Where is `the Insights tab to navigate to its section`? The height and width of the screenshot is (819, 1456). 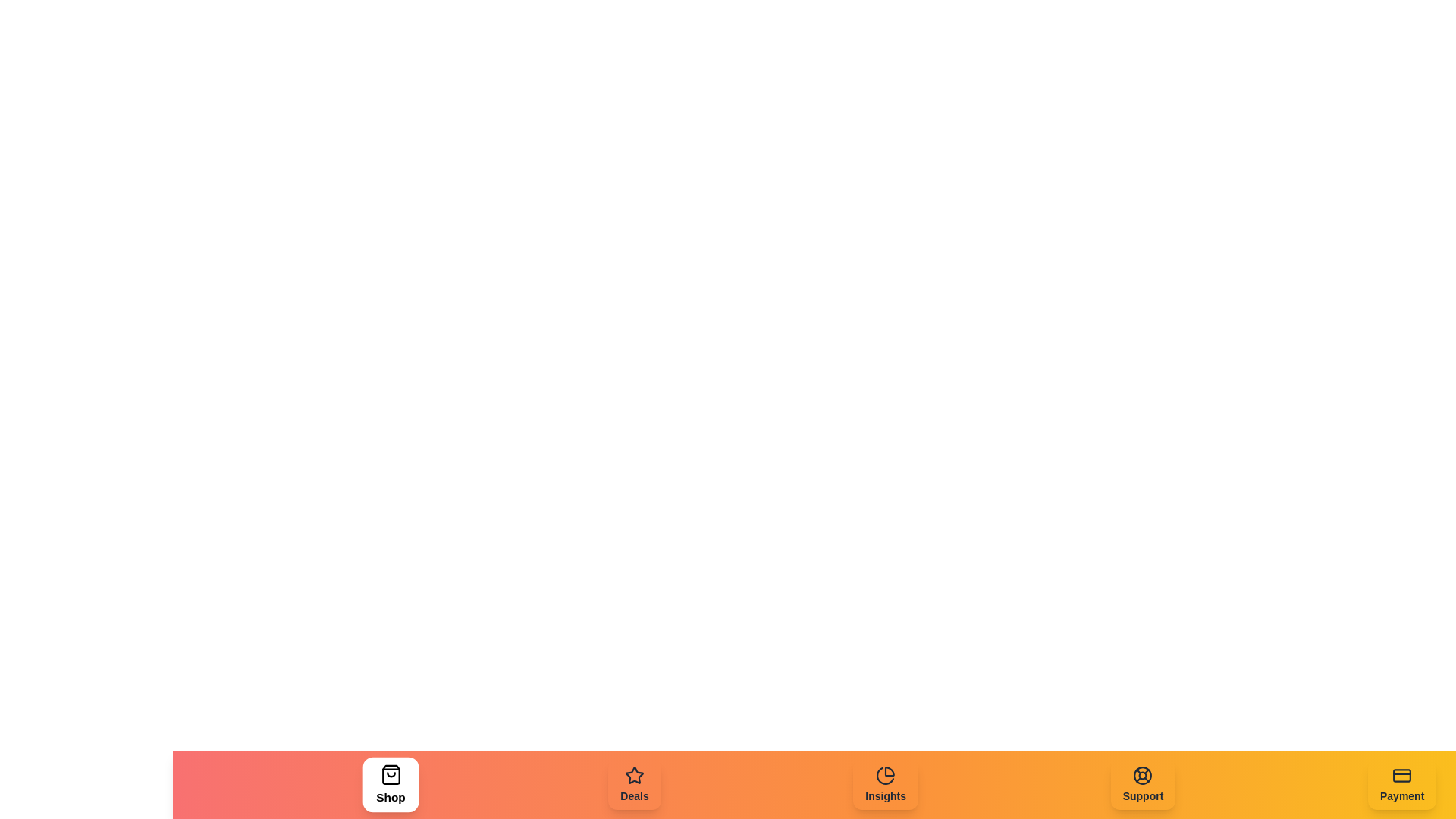
the Insights tab to navigate to its section is located at coordinates (885, 784).